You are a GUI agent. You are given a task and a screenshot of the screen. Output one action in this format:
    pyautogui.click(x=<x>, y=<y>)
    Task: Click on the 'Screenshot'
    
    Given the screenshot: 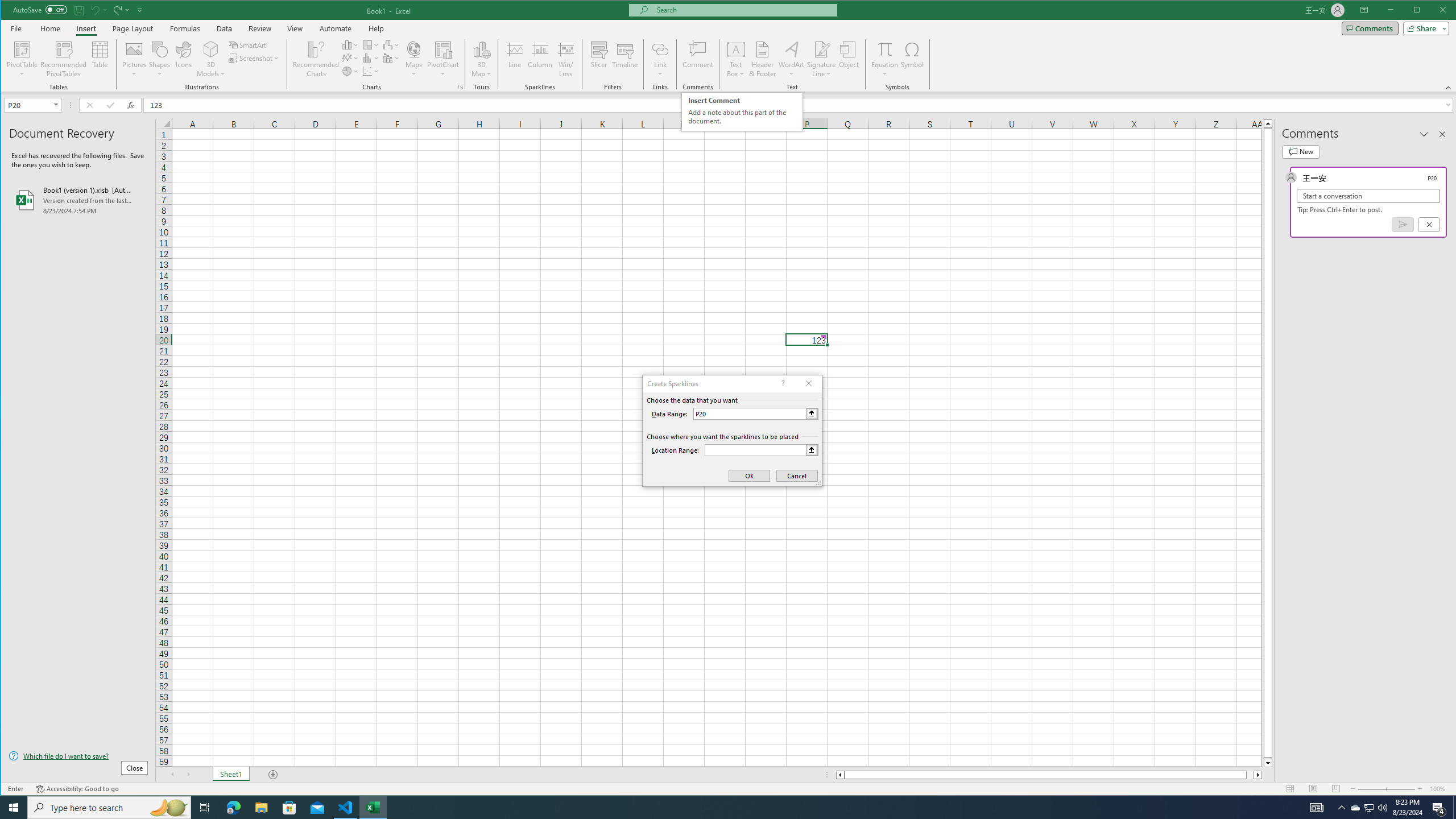 What is the action you would take?
    pyautogui.click(x=255, y=58)
    